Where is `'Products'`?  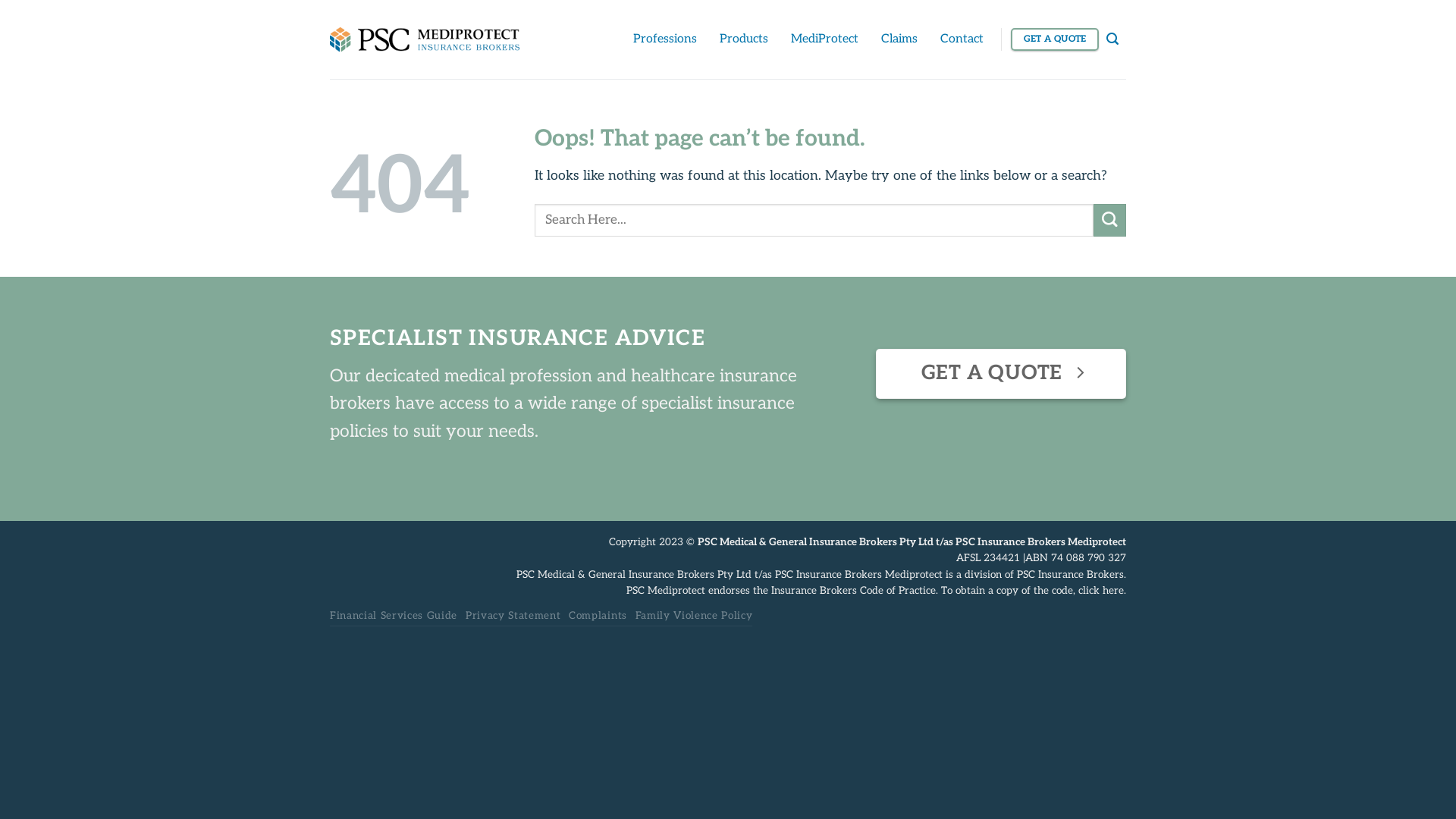
'Products' is located at coordinates (743, 38).